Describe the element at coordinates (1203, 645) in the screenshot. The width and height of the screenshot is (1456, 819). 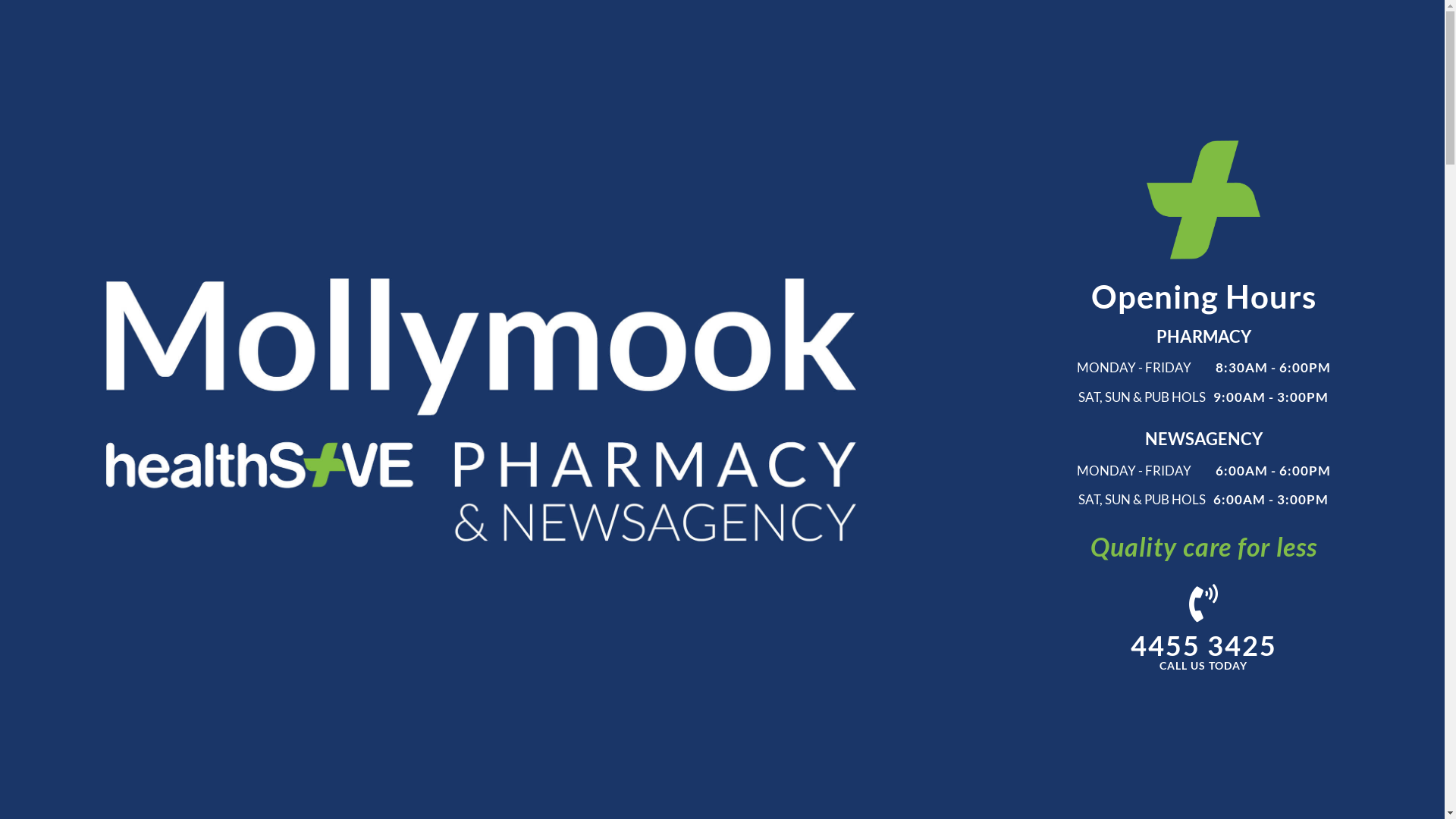
I see `'4455 3425'` at that location.